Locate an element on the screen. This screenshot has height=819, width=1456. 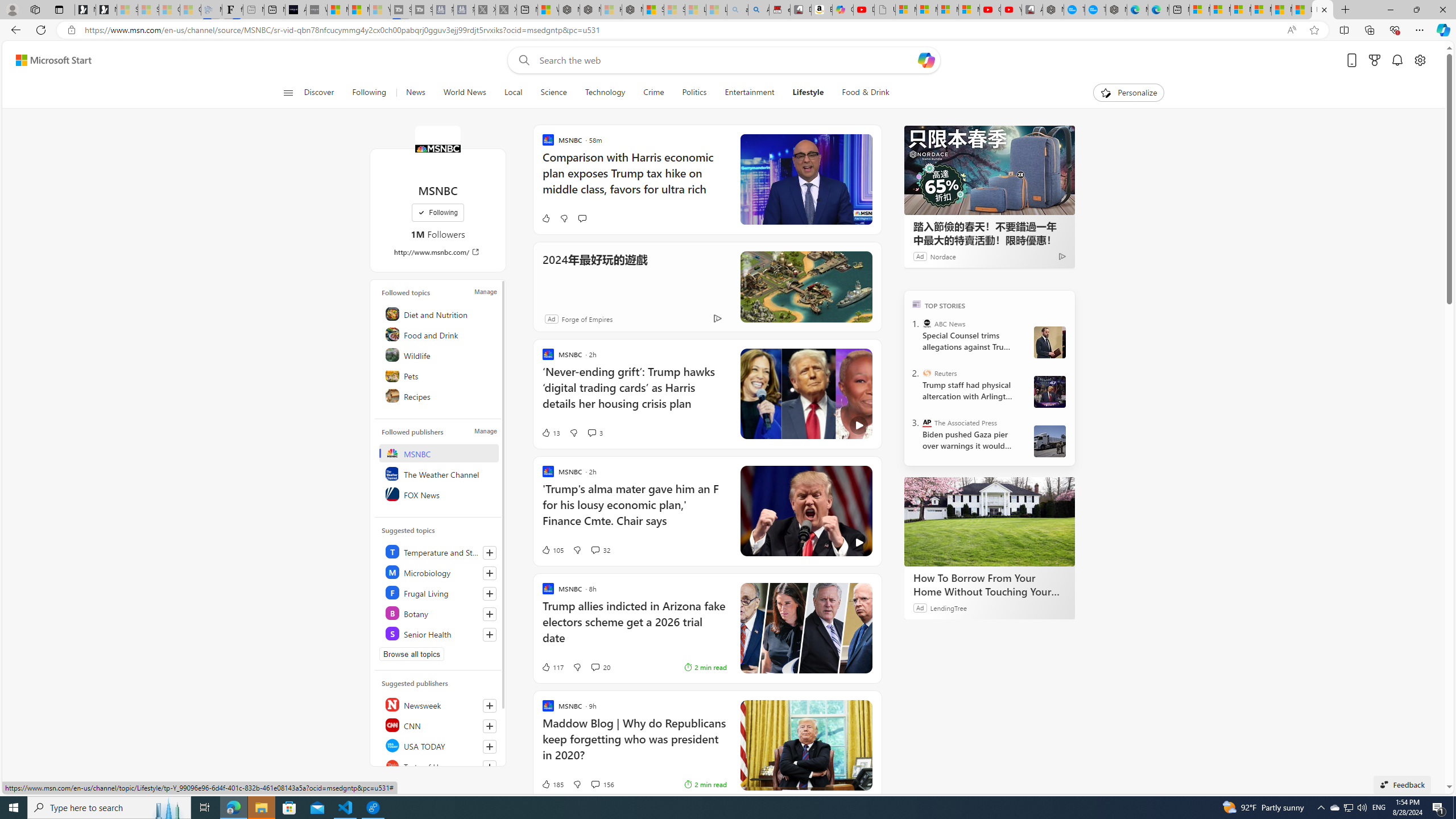
'View comments 156 Comment' is located at coordinates (601, 784).